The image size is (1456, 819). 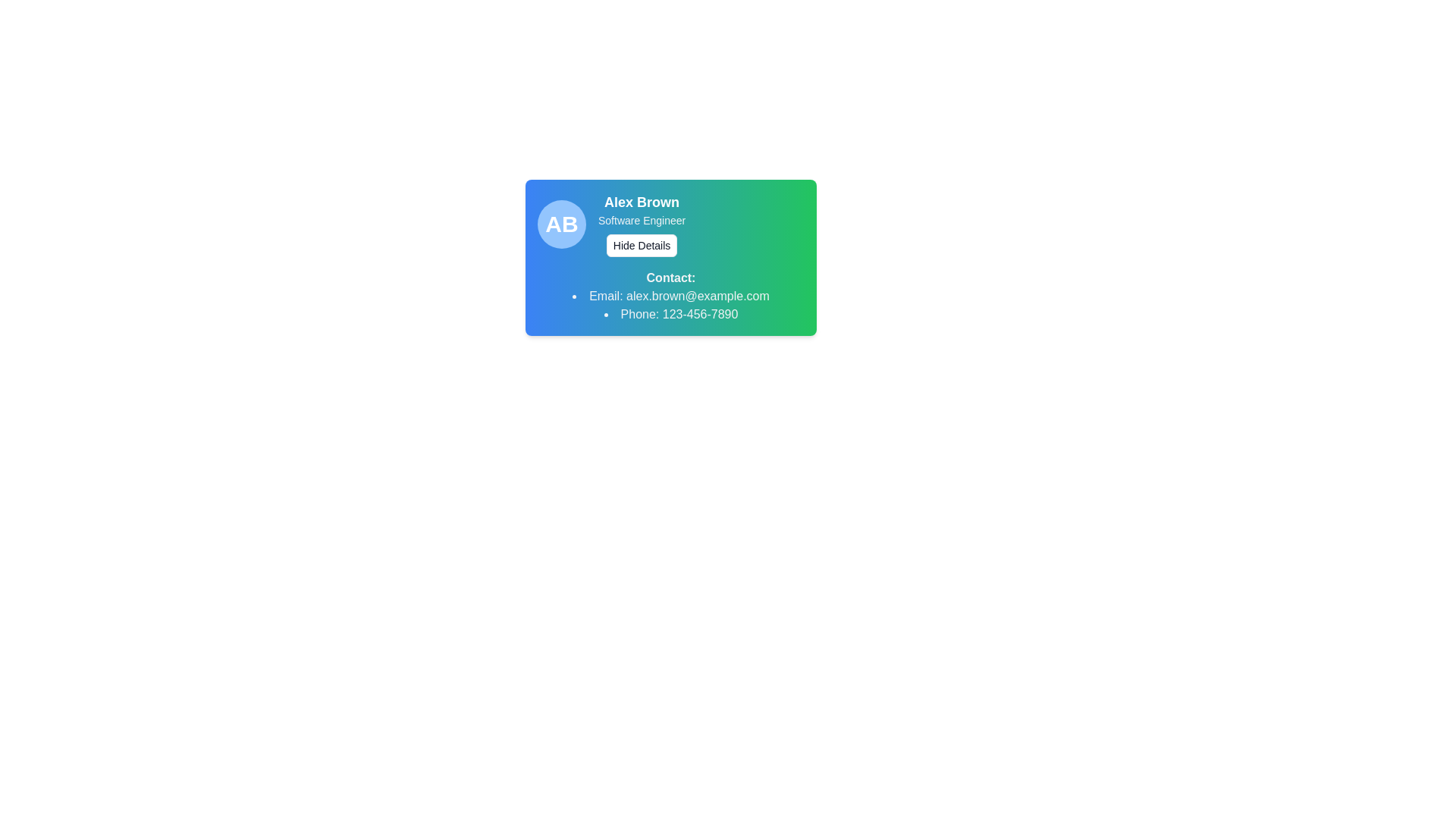 I want to click on details displayed about the user 'Alex Brown' which includes their name, role, and an interactive button to toggle visibility, located to the right of the avatar labeled 'AB', so click(x=642, y=224).